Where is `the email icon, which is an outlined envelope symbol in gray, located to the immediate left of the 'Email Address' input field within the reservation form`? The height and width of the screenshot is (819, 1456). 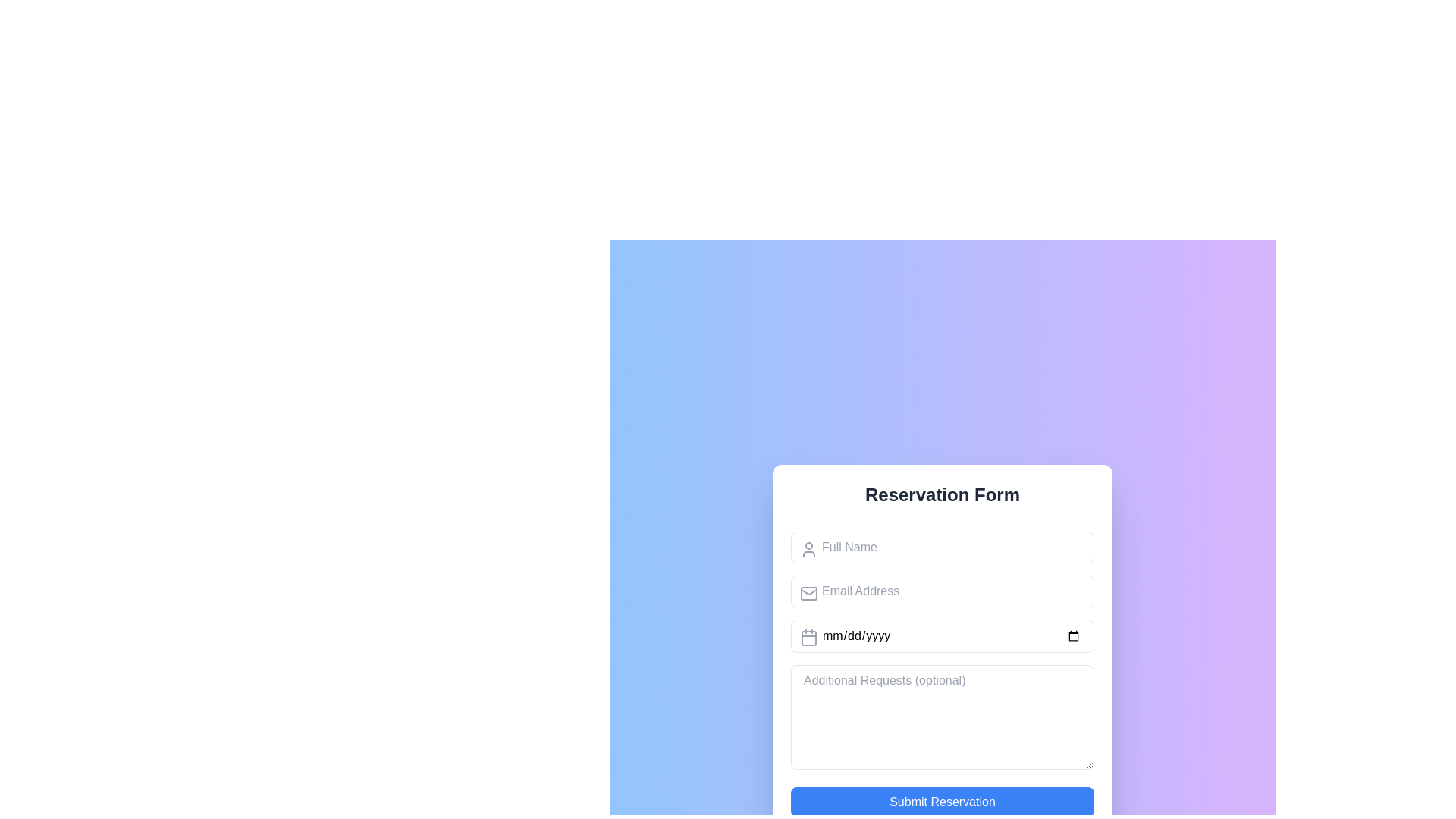
the email icon, which is an outlined envelope symbol in gray, located to the immediate left of the 'Email Address' input field within the reservation form is located at coordinates (808, 592).